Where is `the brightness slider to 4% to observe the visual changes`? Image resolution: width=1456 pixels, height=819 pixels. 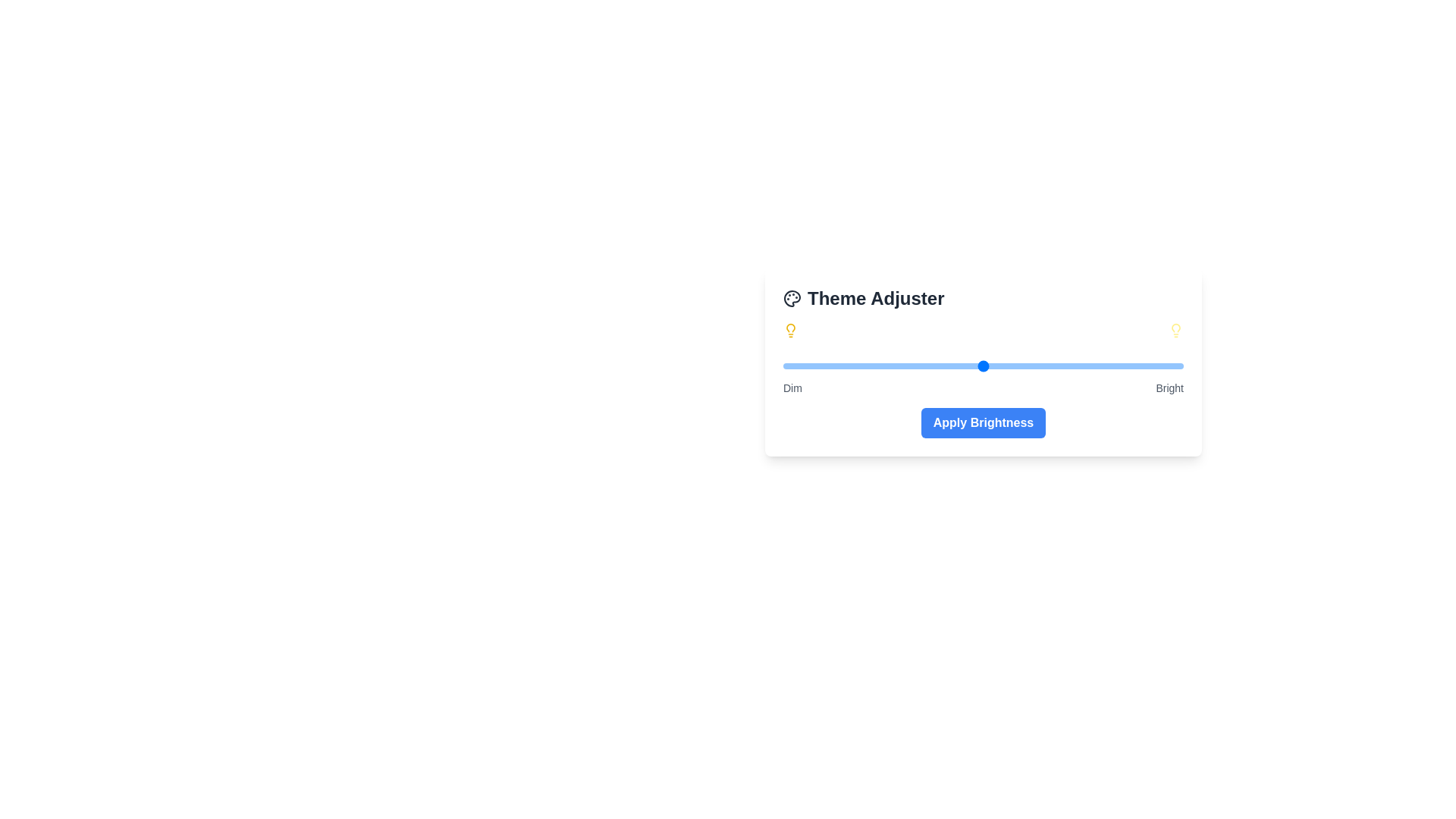
the brightness slider to 4% to observe the visual changes is located at coordinates (799, 366).